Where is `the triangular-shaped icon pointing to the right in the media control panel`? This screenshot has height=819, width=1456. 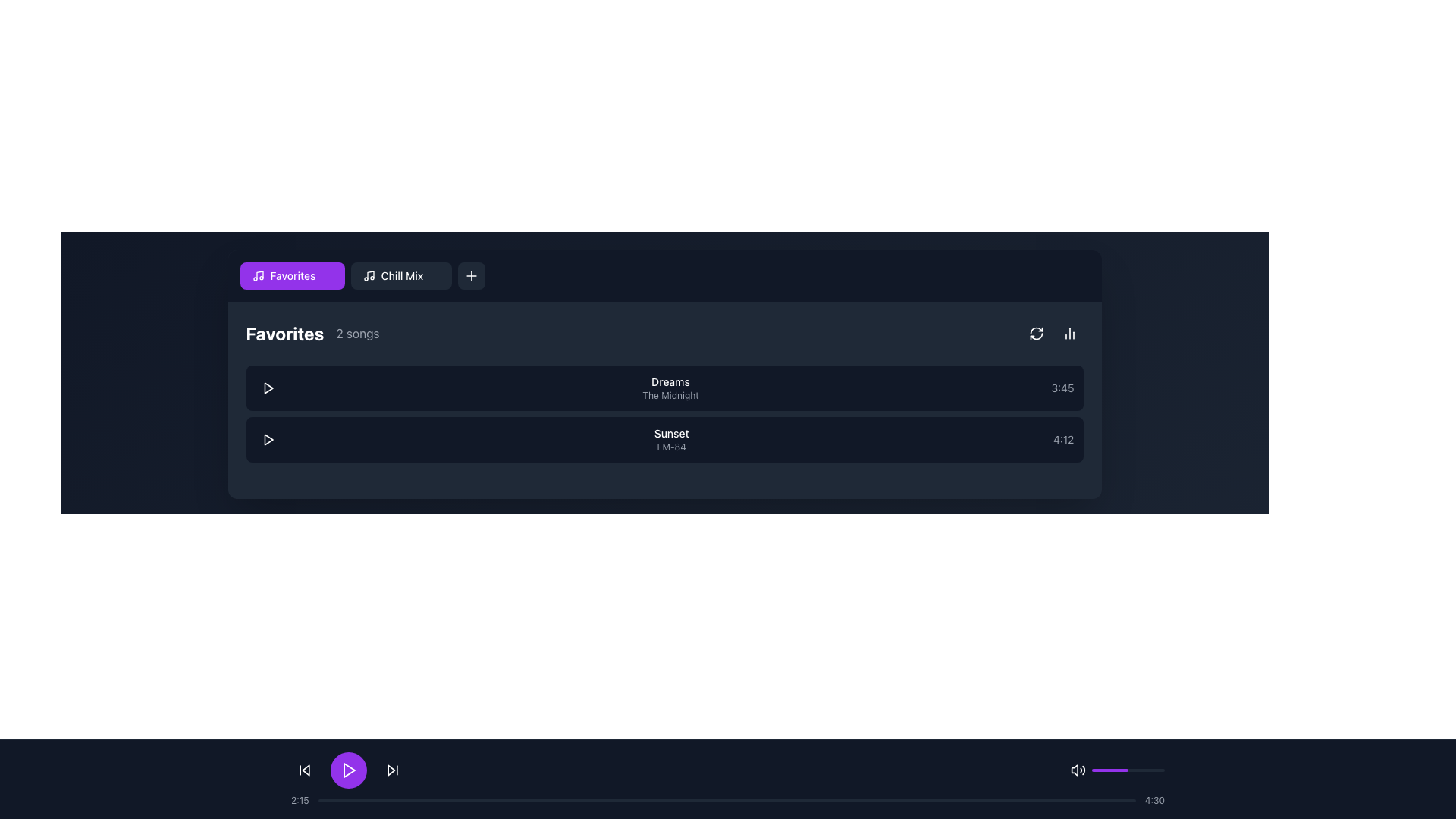
the triangular-shaped icon pointing to the right in the media control panel is located at coordinates (391, 770).